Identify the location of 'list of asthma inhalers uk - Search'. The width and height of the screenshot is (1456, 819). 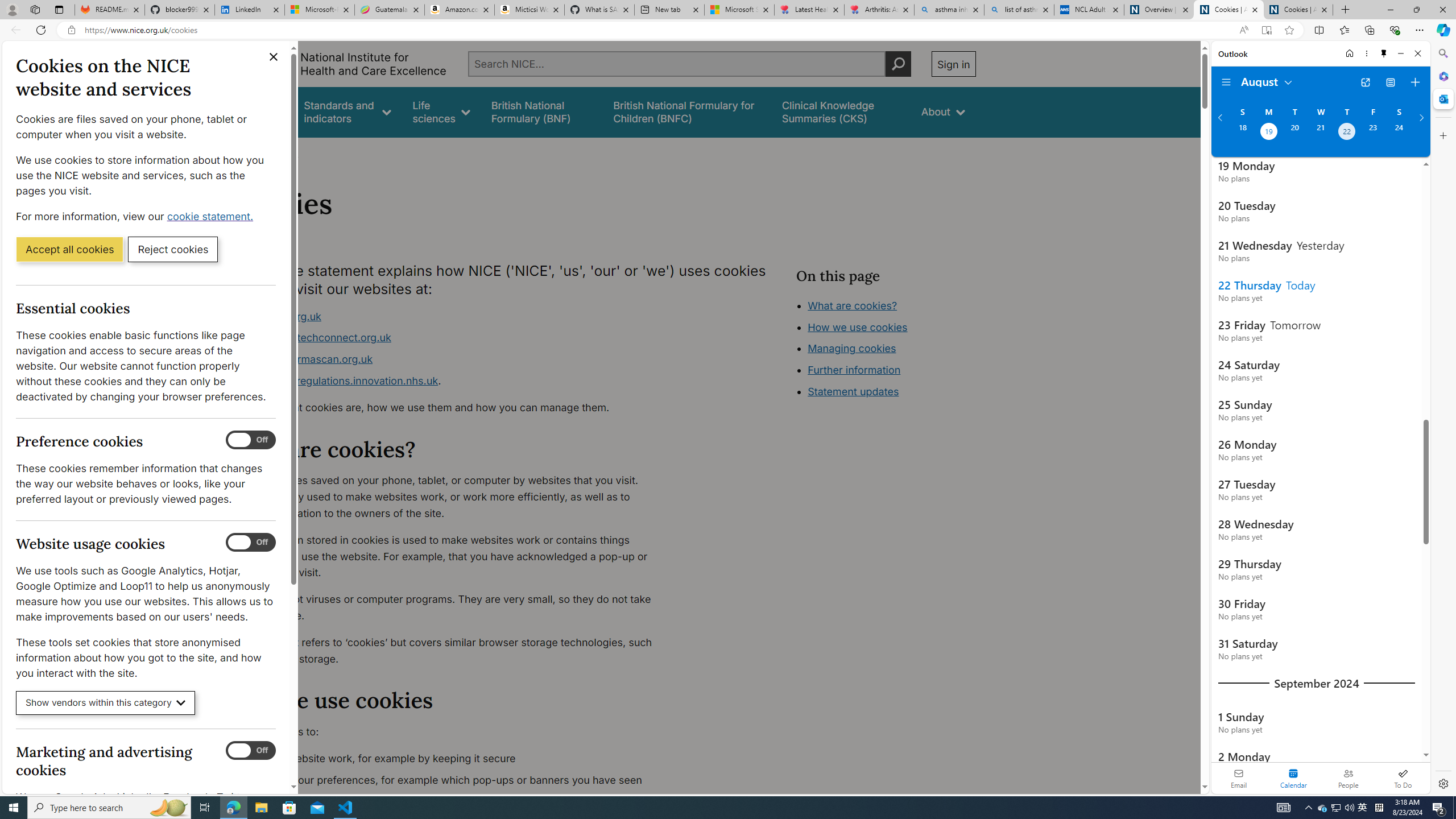
(1019, 9).